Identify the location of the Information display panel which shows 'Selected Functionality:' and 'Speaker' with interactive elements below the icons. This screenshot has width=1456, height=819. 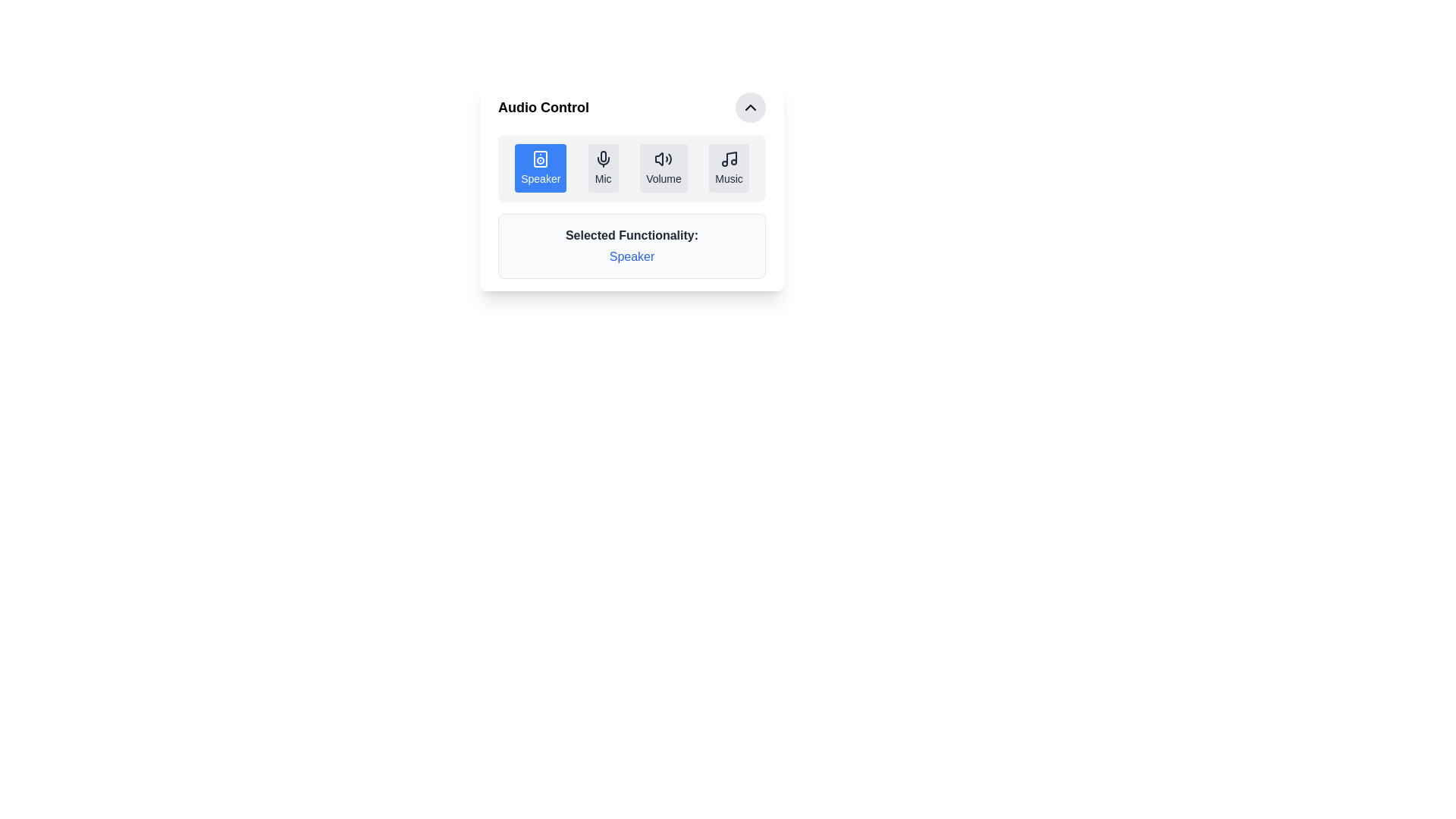
(632, 245).